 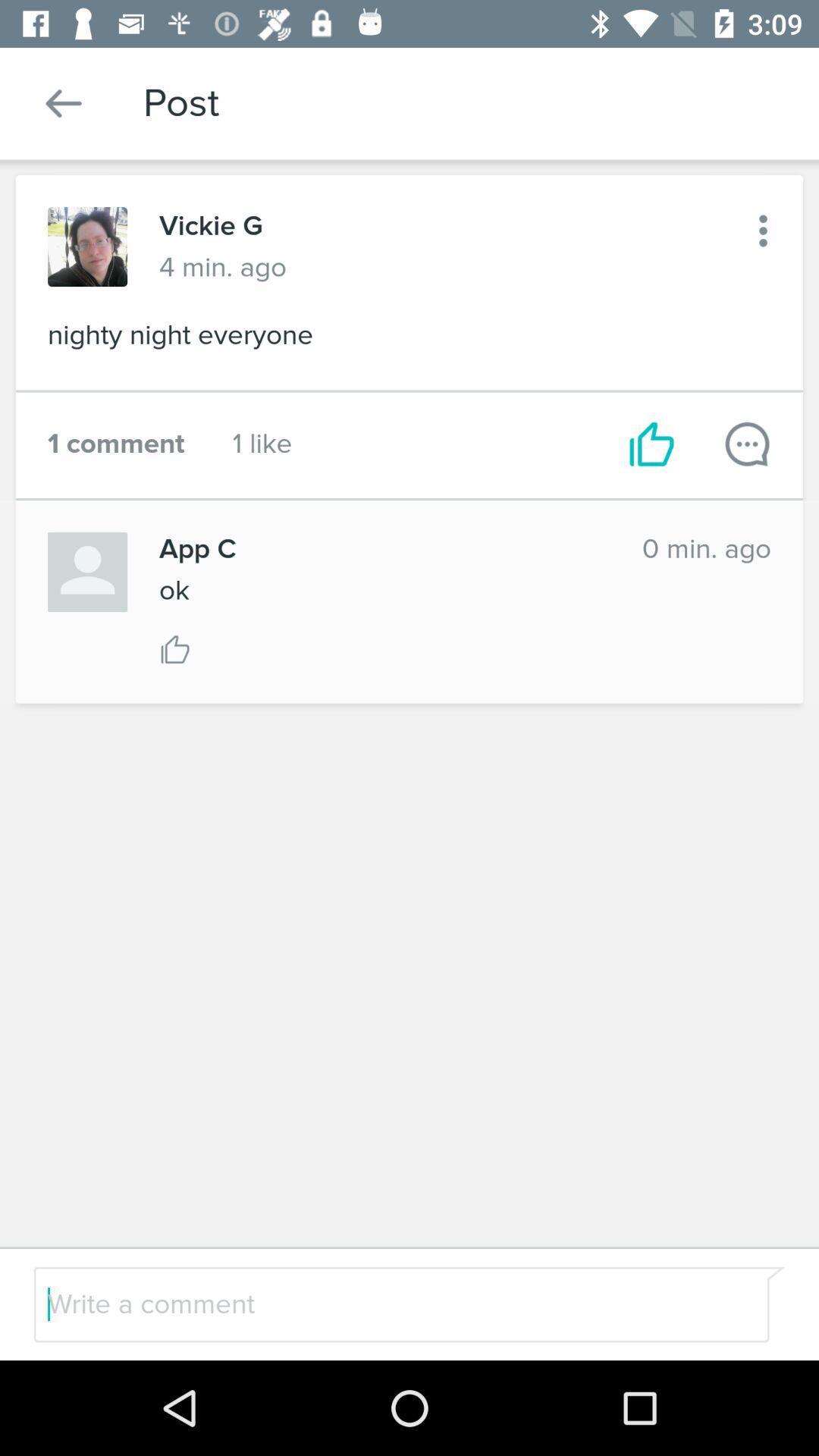 I want to click on show user profile, so click(x=87, y=571).